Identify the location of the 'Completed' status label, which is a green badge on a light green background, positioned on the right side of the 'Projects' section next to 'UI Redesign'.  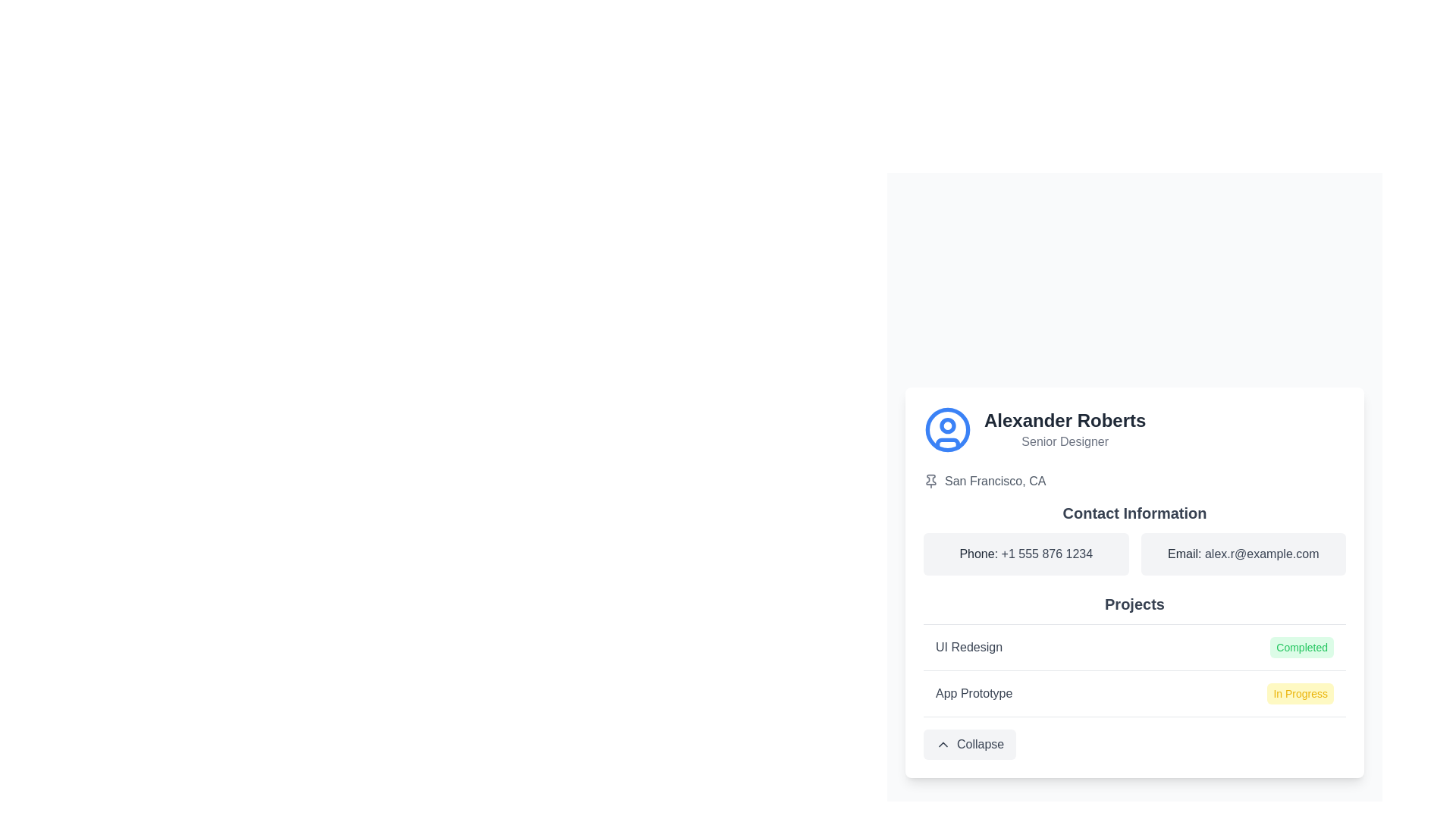
(1301, 647).